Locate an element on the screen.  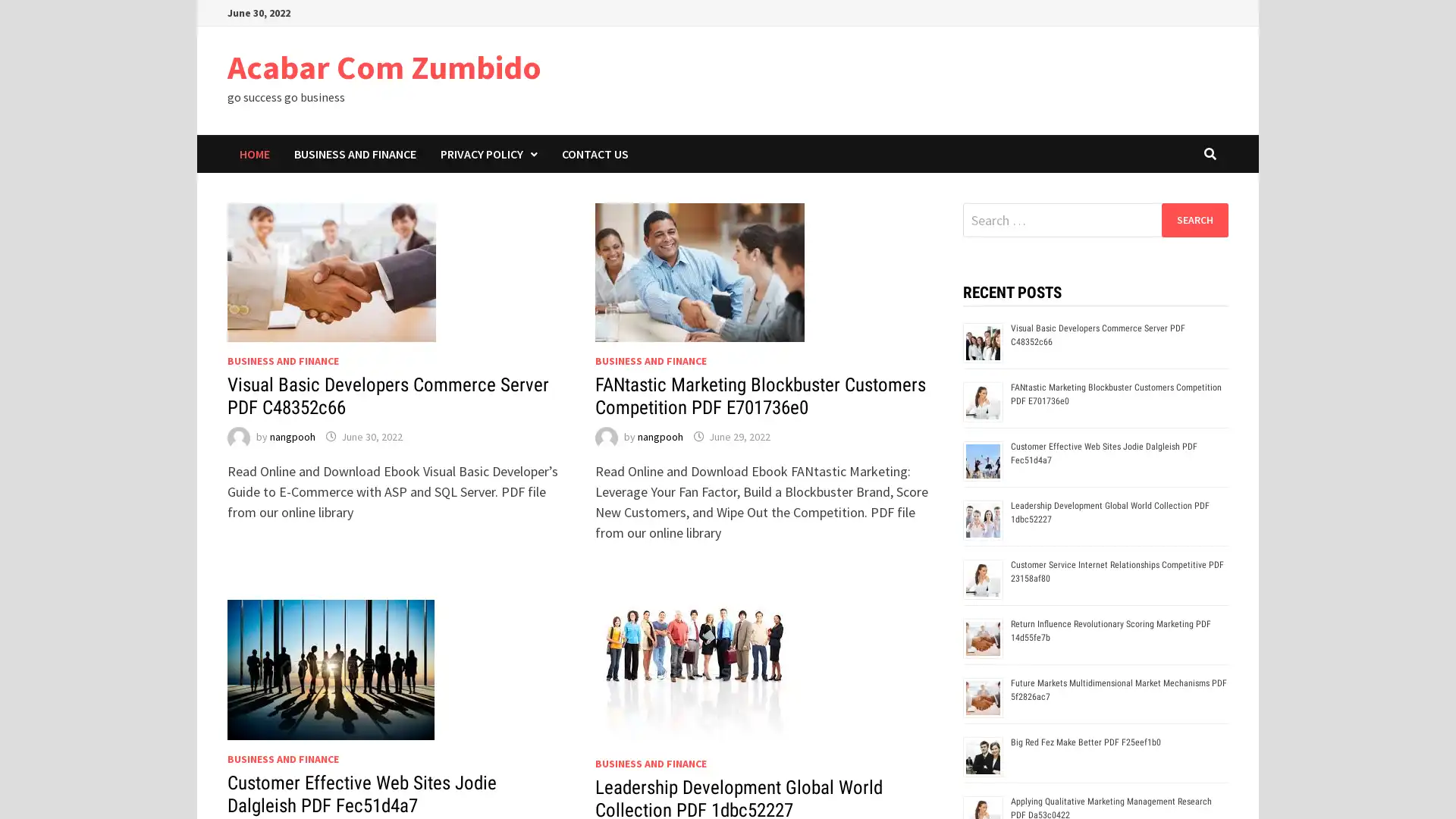
Search is located at coordinates (1194, 219).